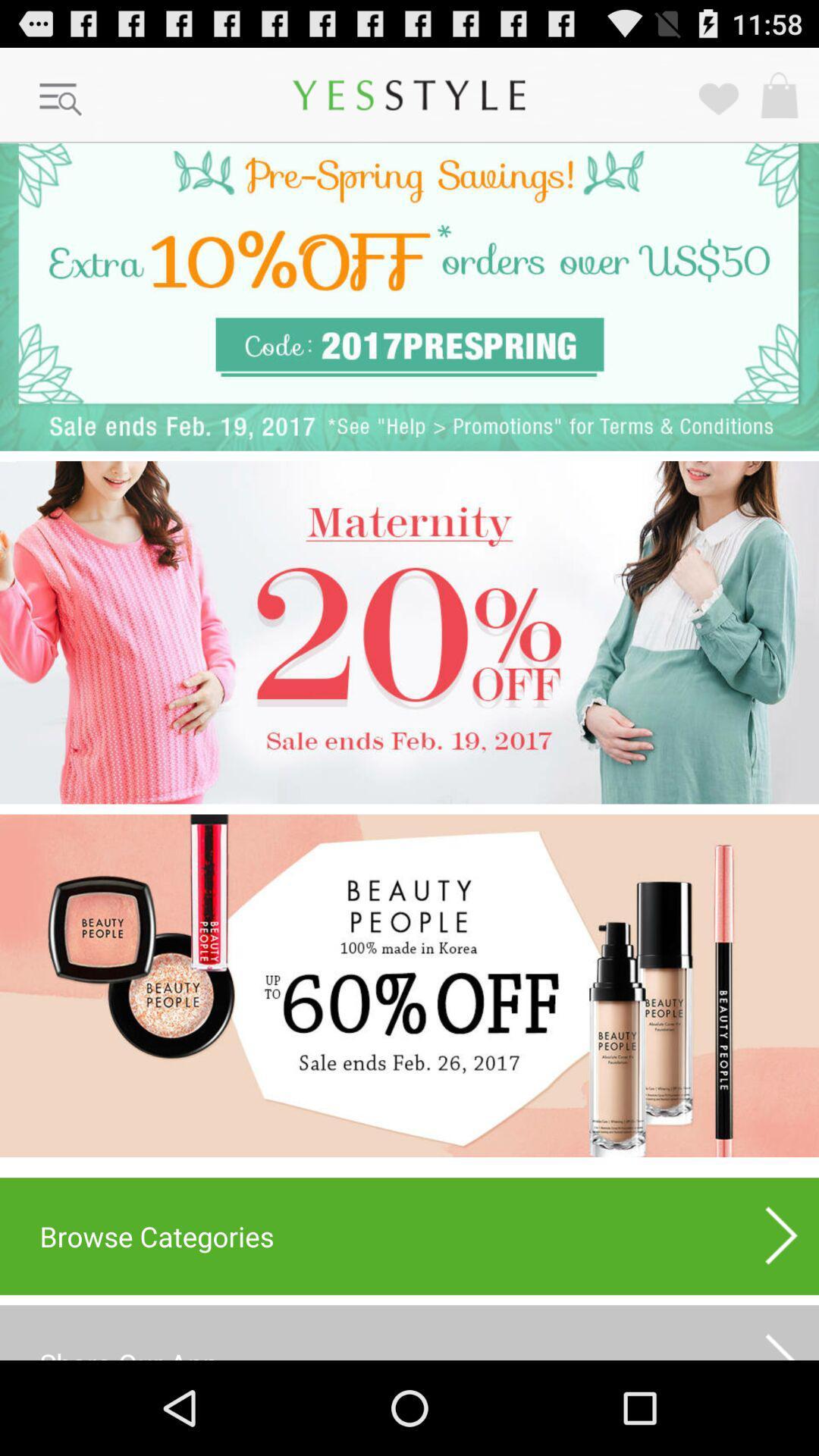 Image resolution: width=819 pixels, height=1456 pixels. What do you see at coordinates (782, 1236) in the screenshot?
I see `item above the share our app` at bounding box center [782, 1236].